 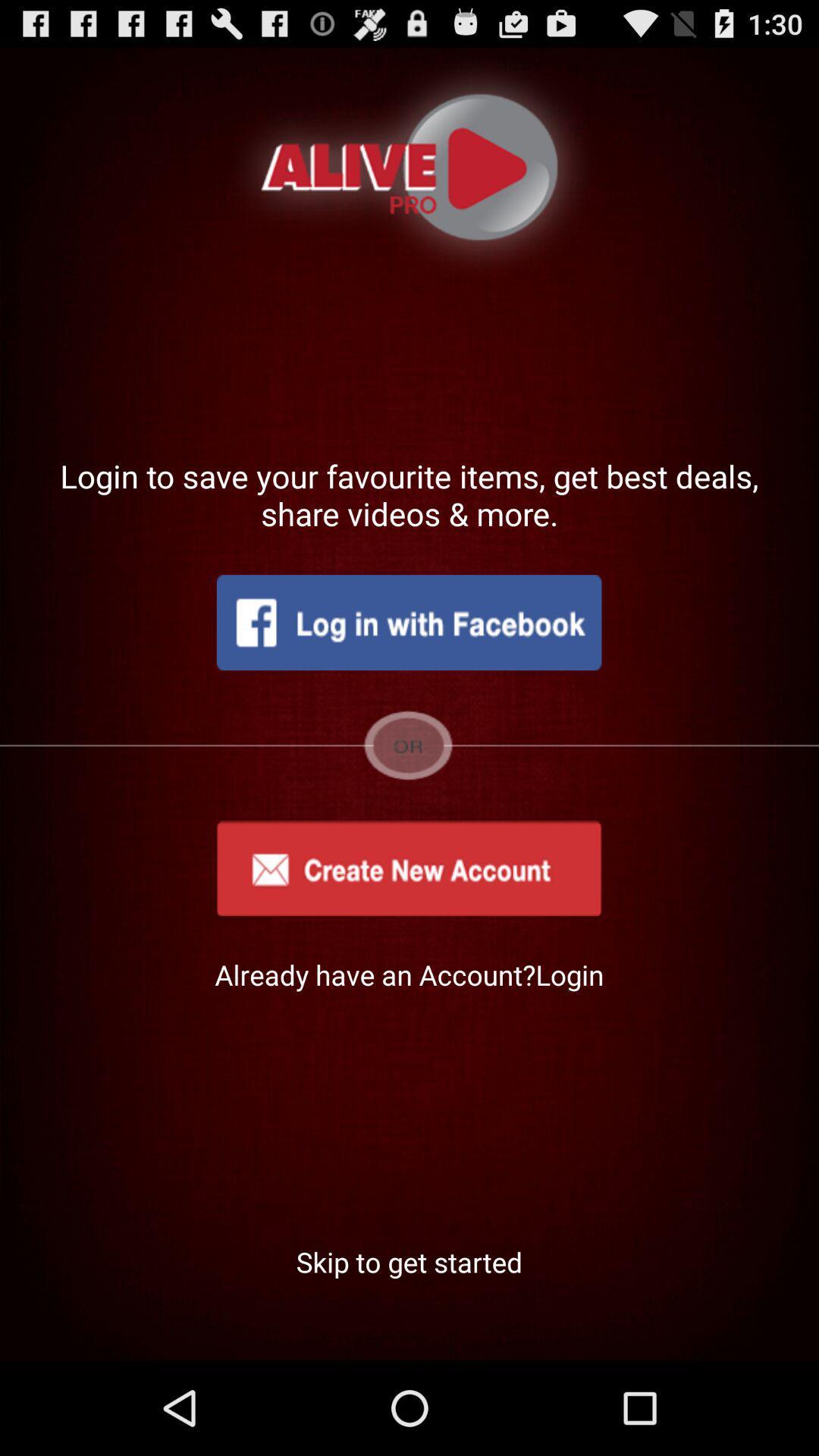 I want to click on login to app using facebook, so click(x=408, y=623).